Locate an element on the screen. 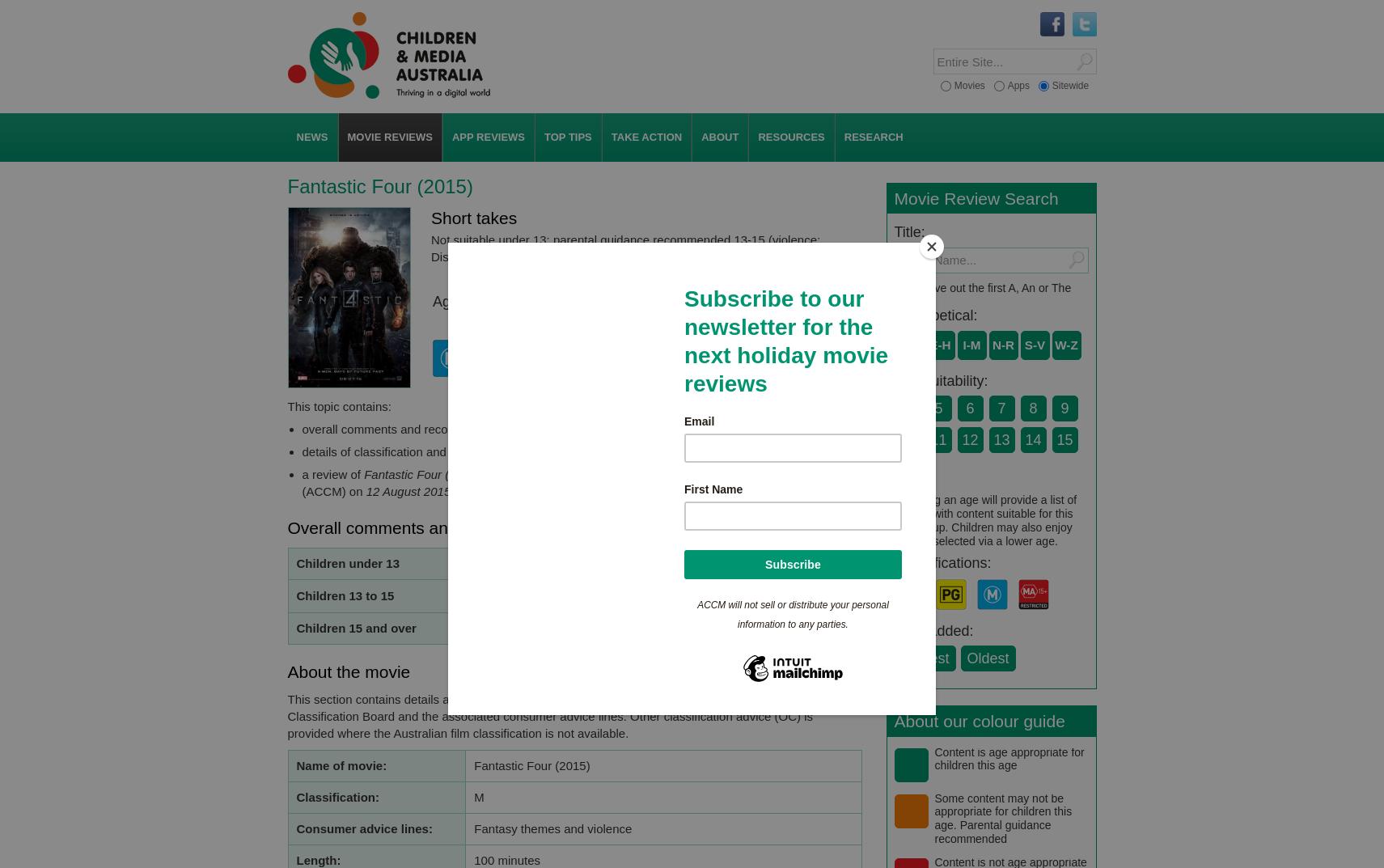 This screenshot has height=868, width=1384. 'M' is located at coordinates (478, 796).